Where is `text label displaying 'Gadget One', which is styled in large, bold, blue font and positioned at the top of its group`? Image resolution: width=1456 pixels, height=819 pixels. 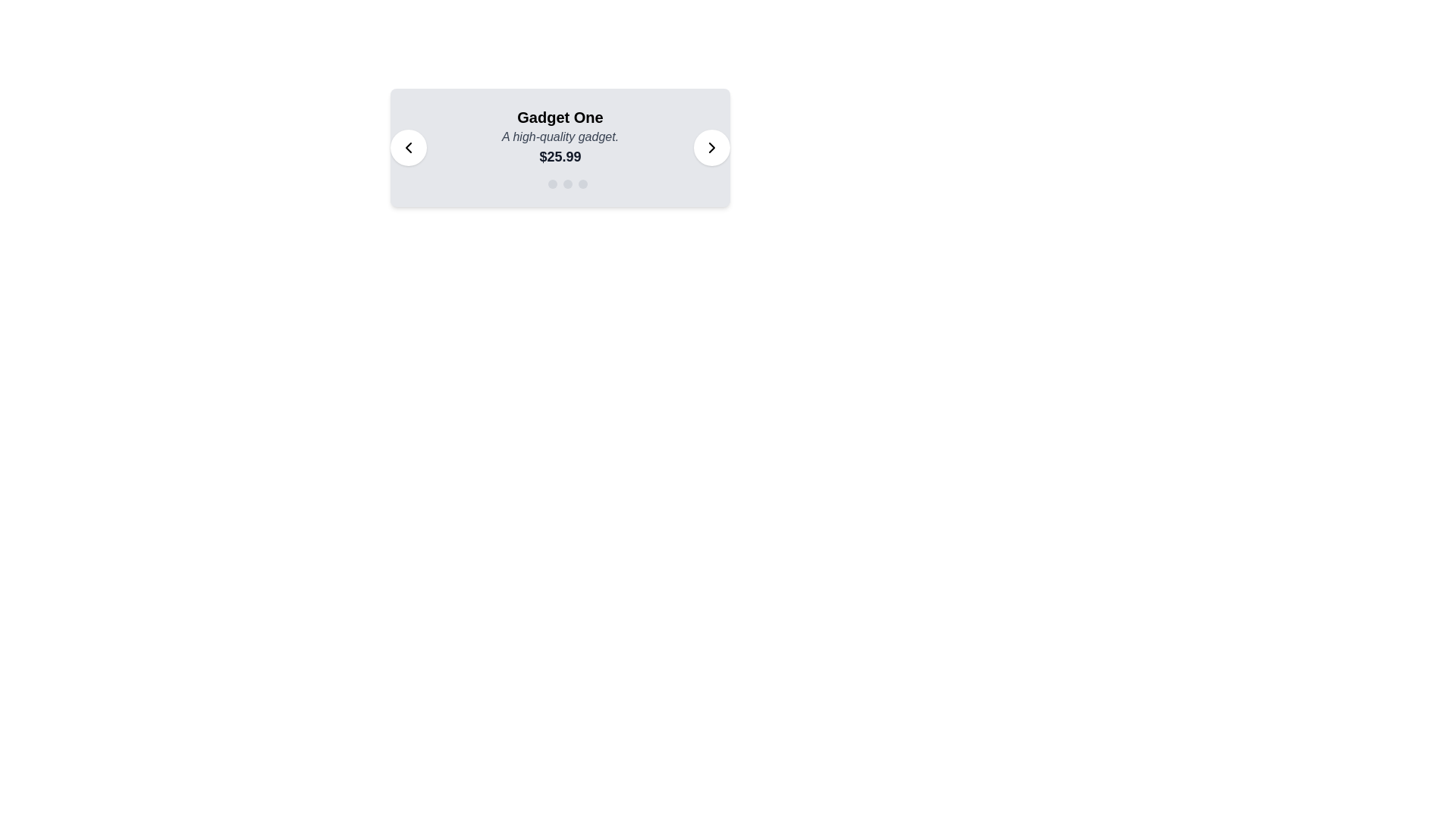
text label displaying 'Gadget One', which is styled in large, bold, blue font and positioned at the top of its group is located at coordinates (560, 116).